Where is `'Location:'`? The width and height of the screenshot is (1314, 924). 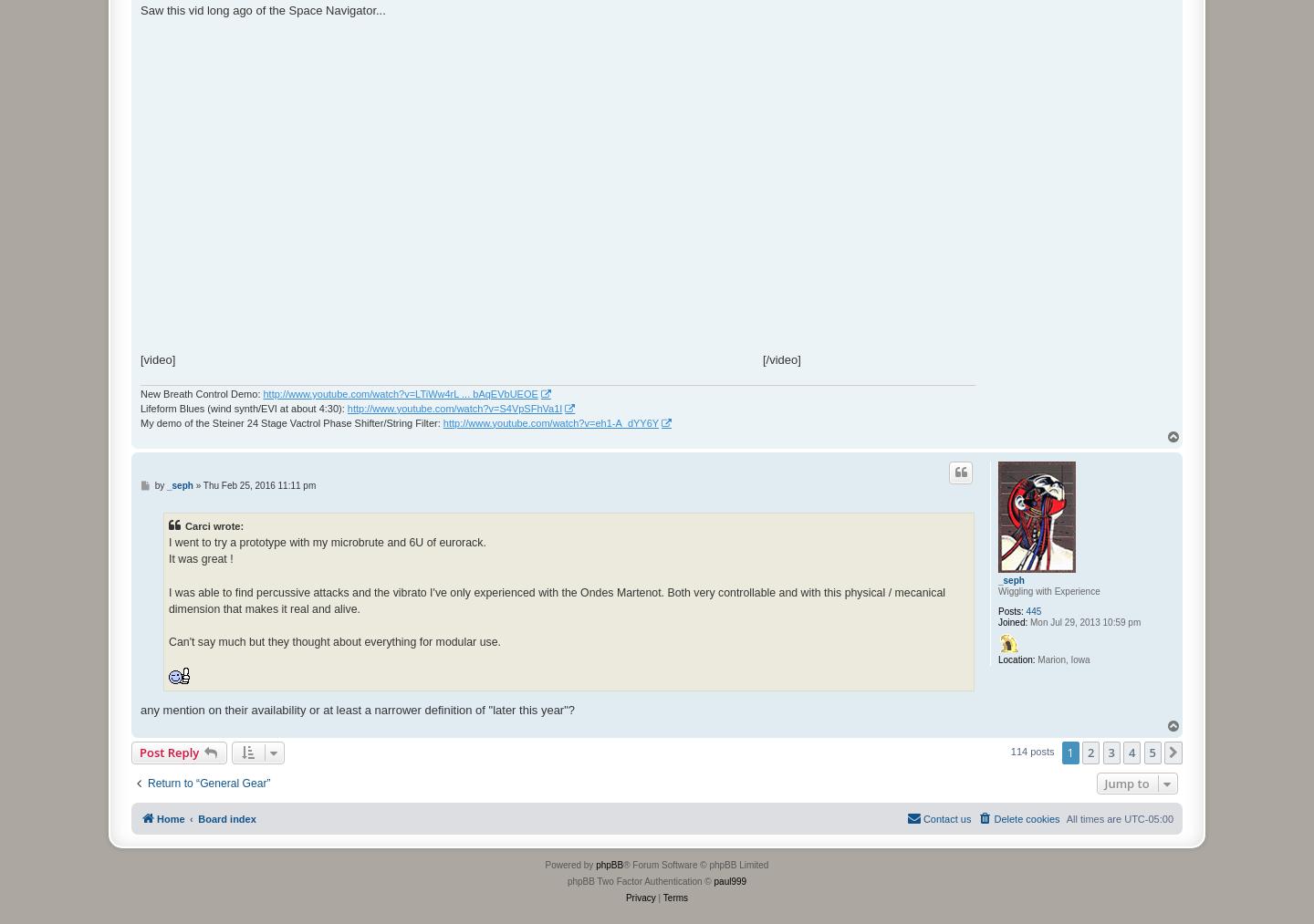
'Location:' is located at coordinates (1015, 659).